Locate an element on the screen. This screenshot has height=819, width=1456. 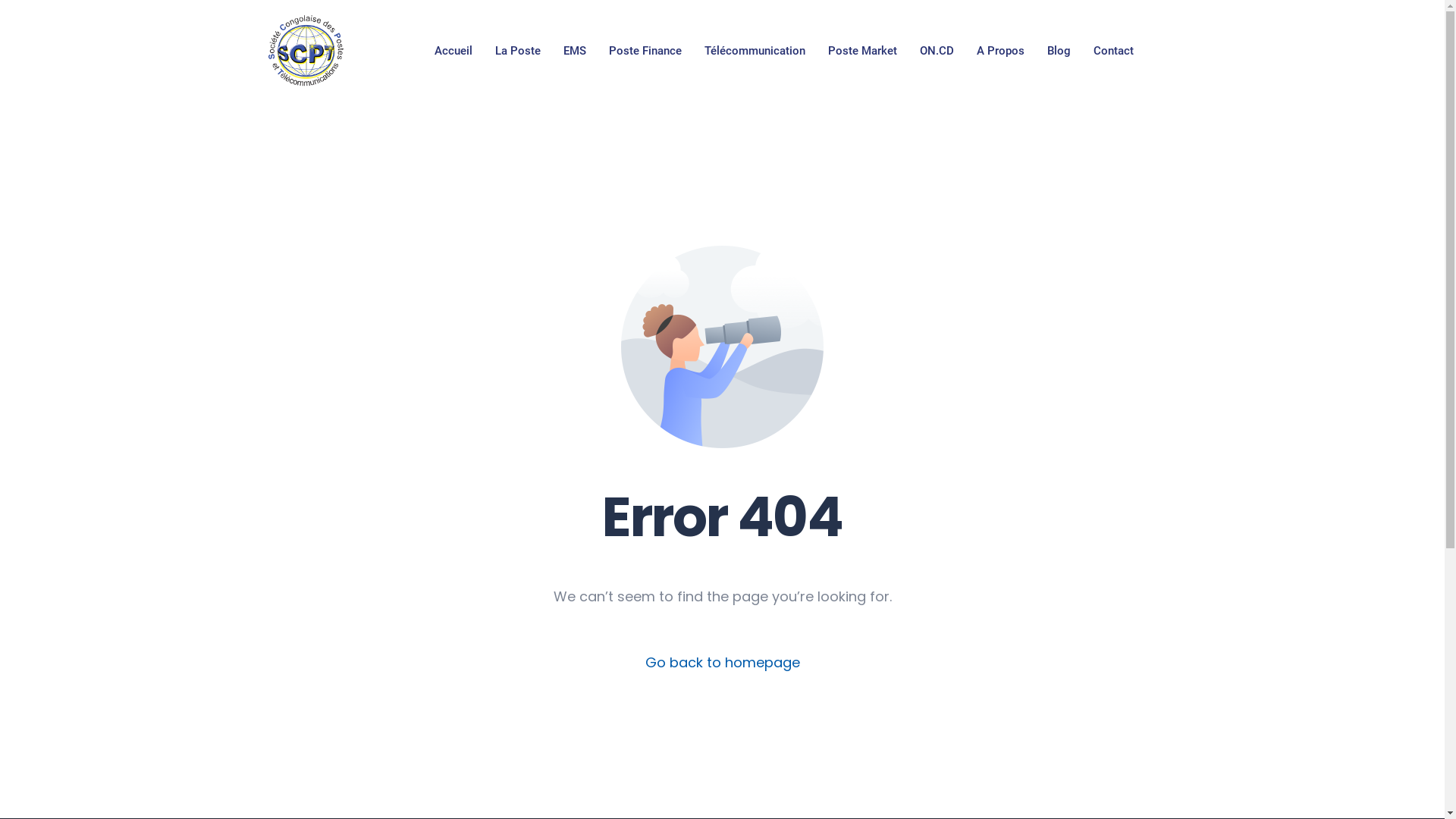
'Poste Market' is located at coordinates (862, 49).